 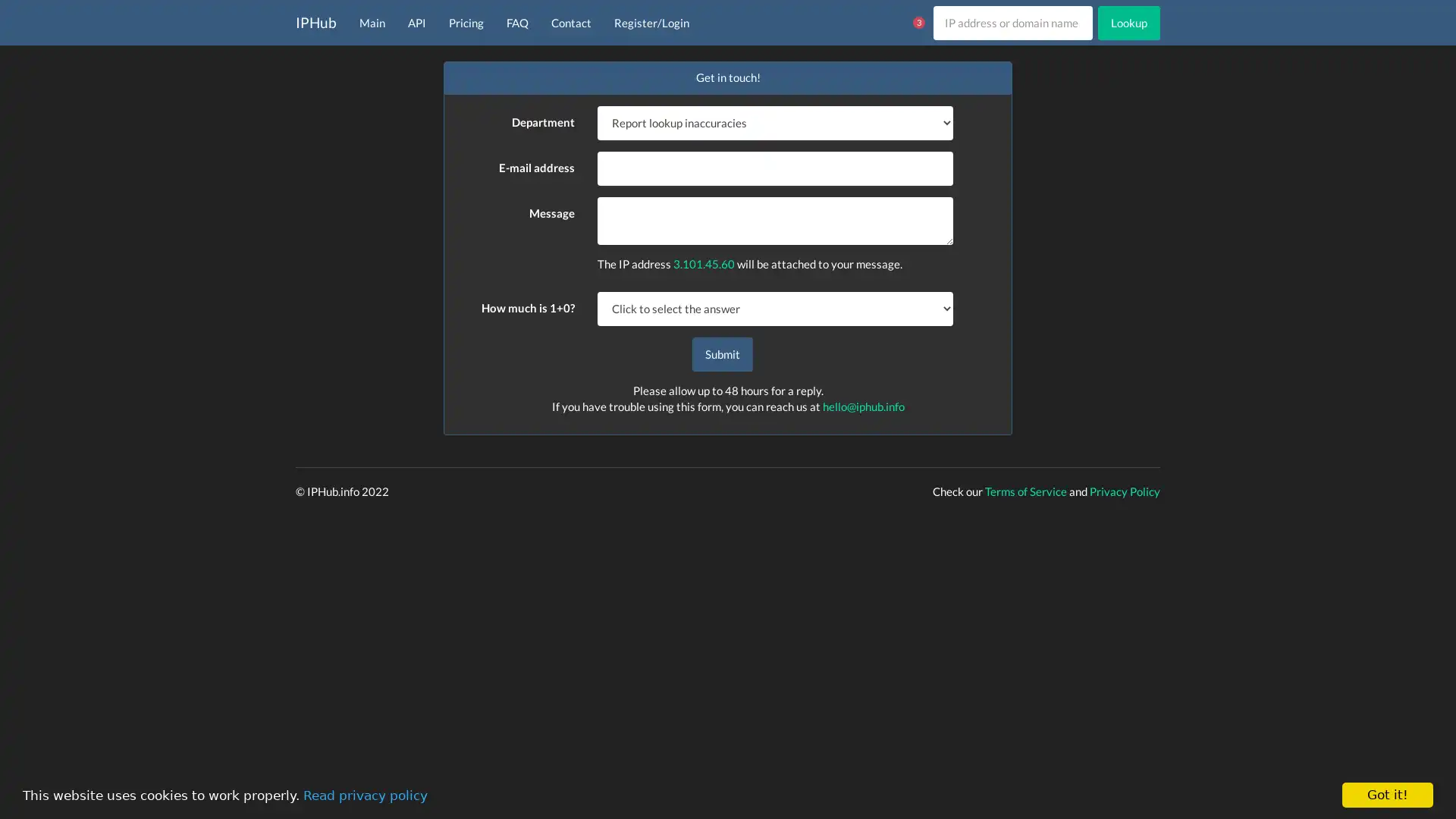 I want to click on Lookup, so click(x=1128, y=22).